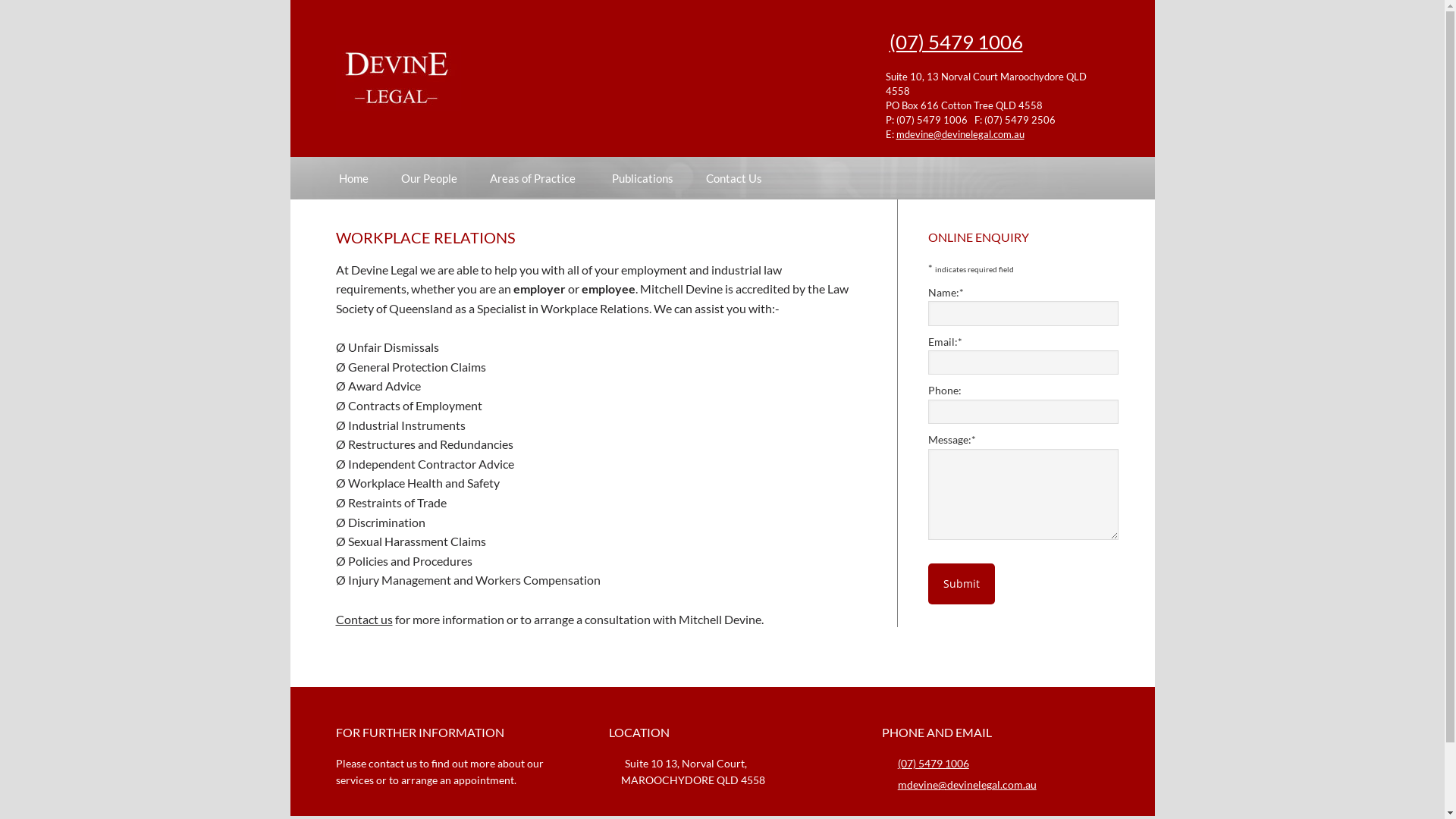  What do you see at coordinates (642, 177) in the screenshot?
I see `'Publications'` at bounding box center [642, 177].